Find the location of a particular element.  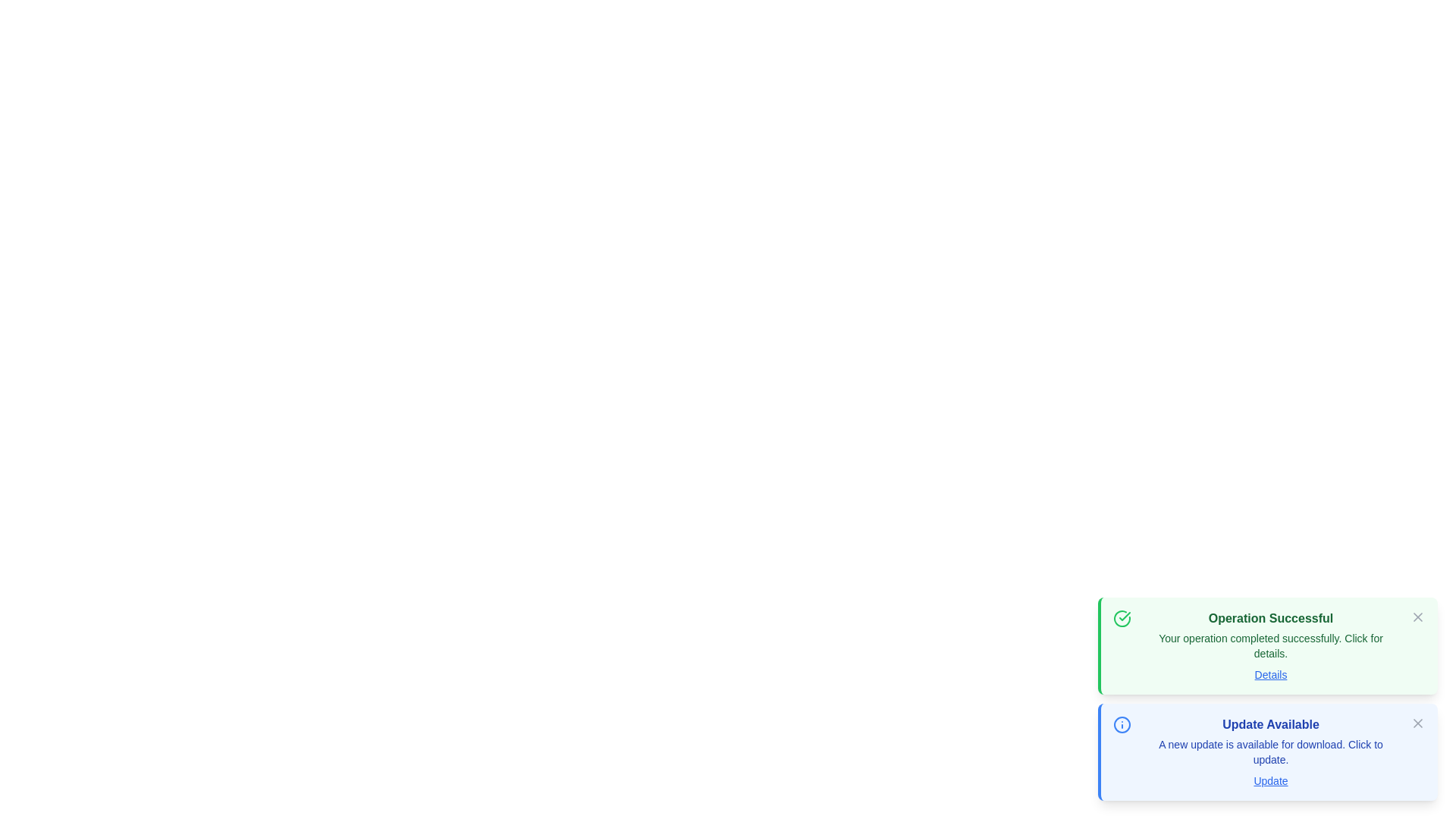

the success icon in the green-themed notification box titled 'Operation Successful', which is the prominent first item aligned to the left side of the box is located at coordinates (1122, 619).